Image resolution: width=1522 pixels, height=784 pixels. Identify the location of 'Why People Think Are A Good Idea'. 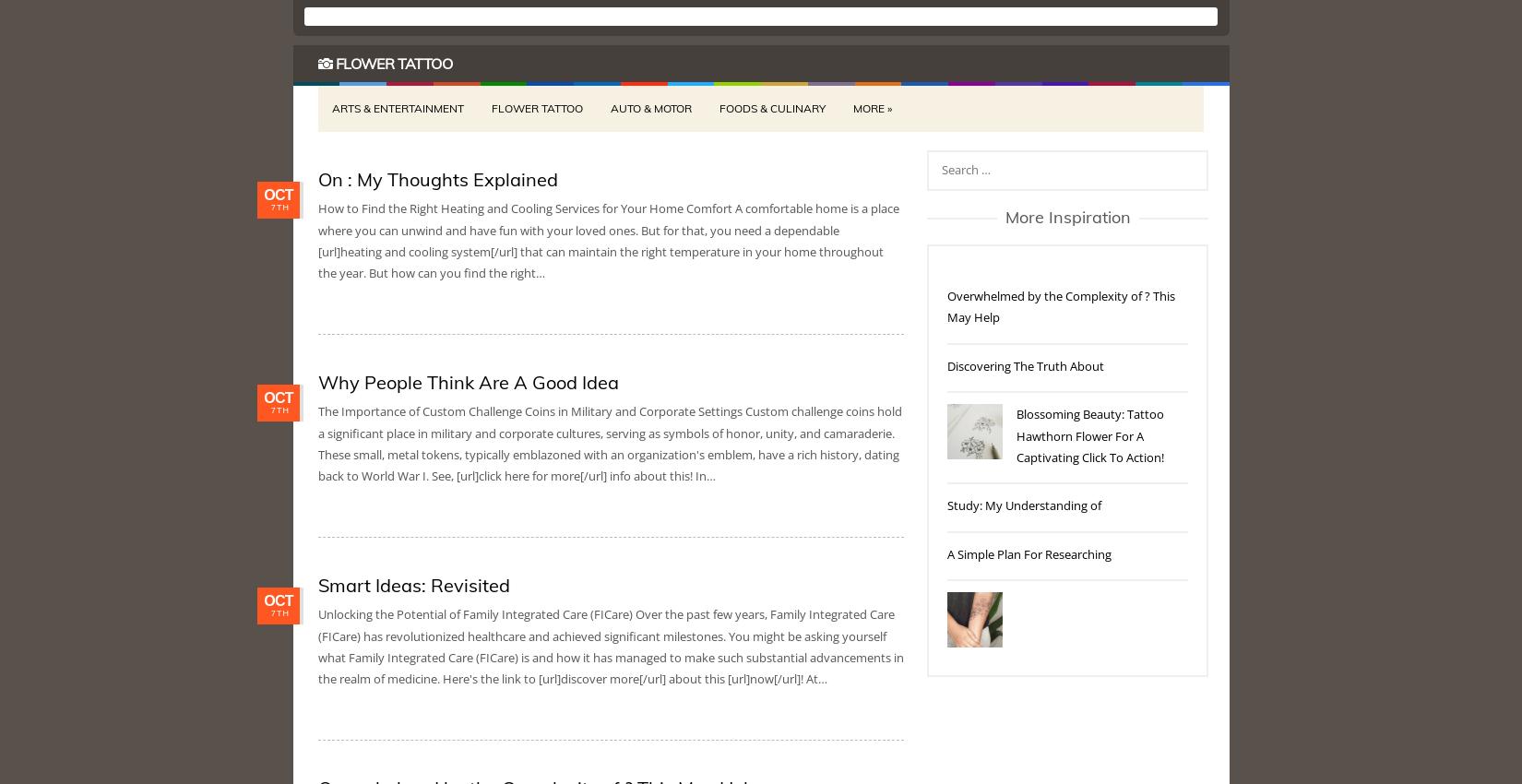
(318, 382).